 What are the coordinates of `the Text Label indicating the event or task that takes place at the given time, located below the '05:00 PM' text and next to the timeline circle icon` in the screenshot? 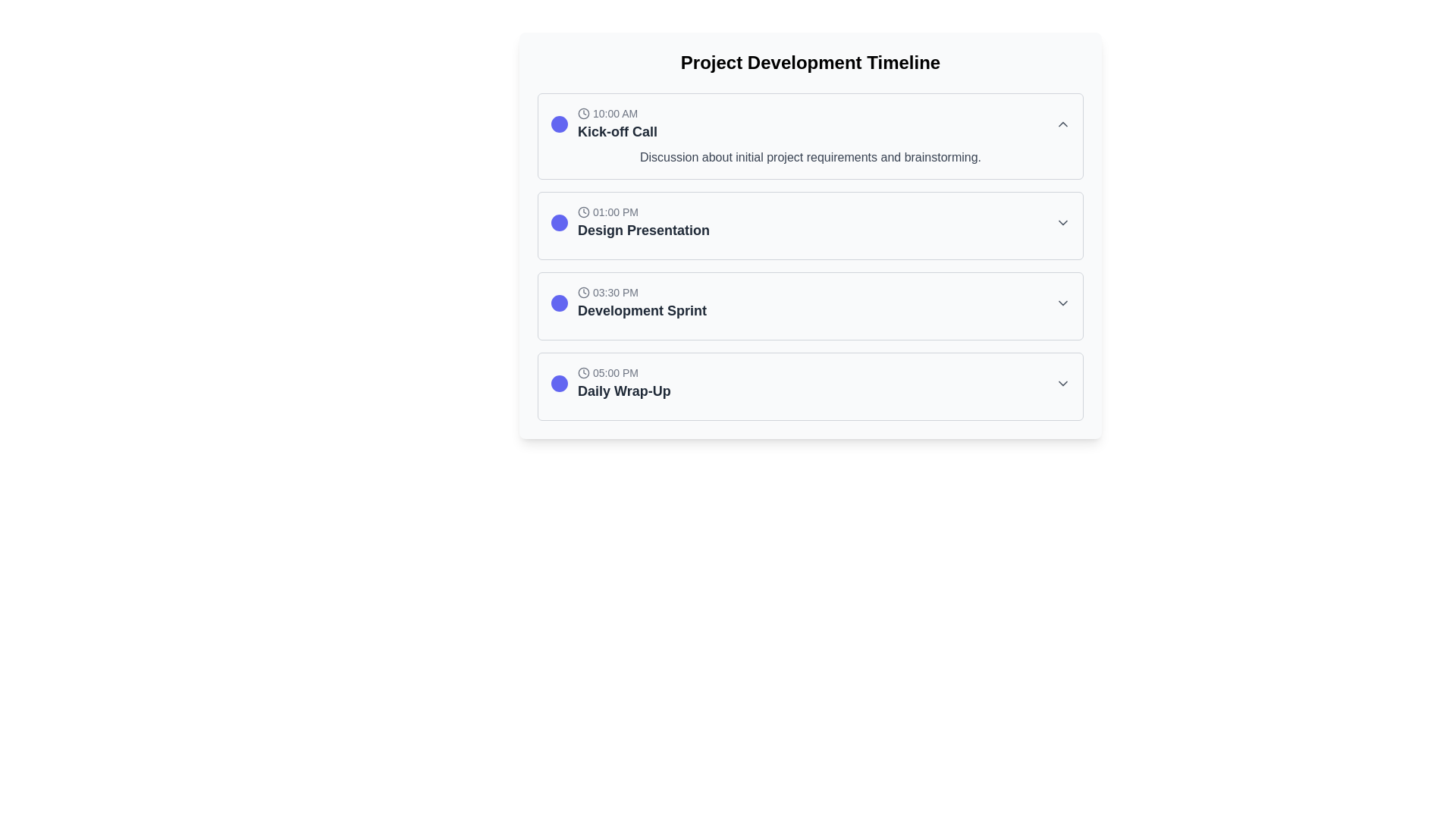 It's located at (624, 391).